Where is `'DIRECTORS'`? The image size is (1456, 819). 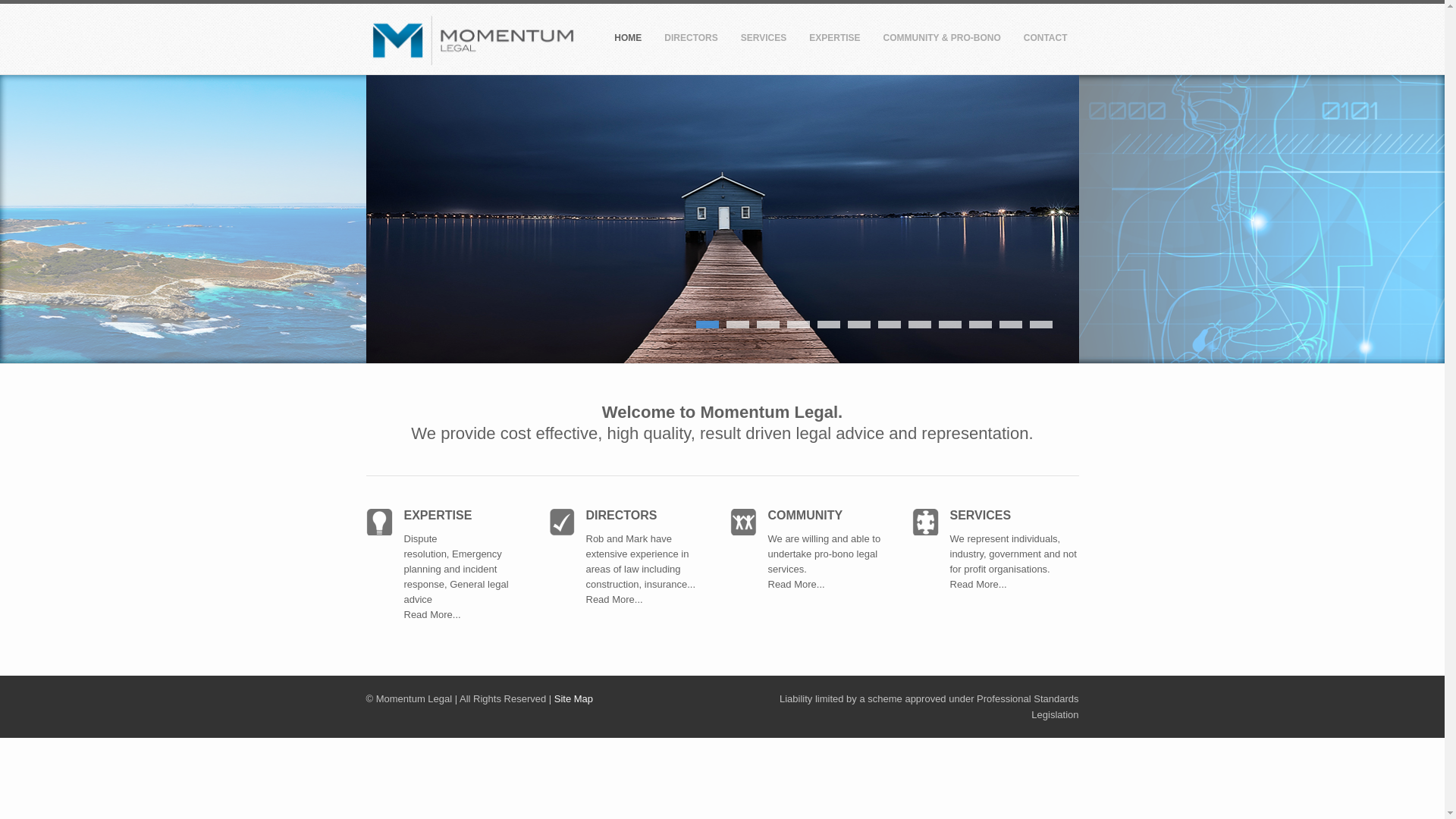
'DIRECTORS' is located at coordinates (690, 40).